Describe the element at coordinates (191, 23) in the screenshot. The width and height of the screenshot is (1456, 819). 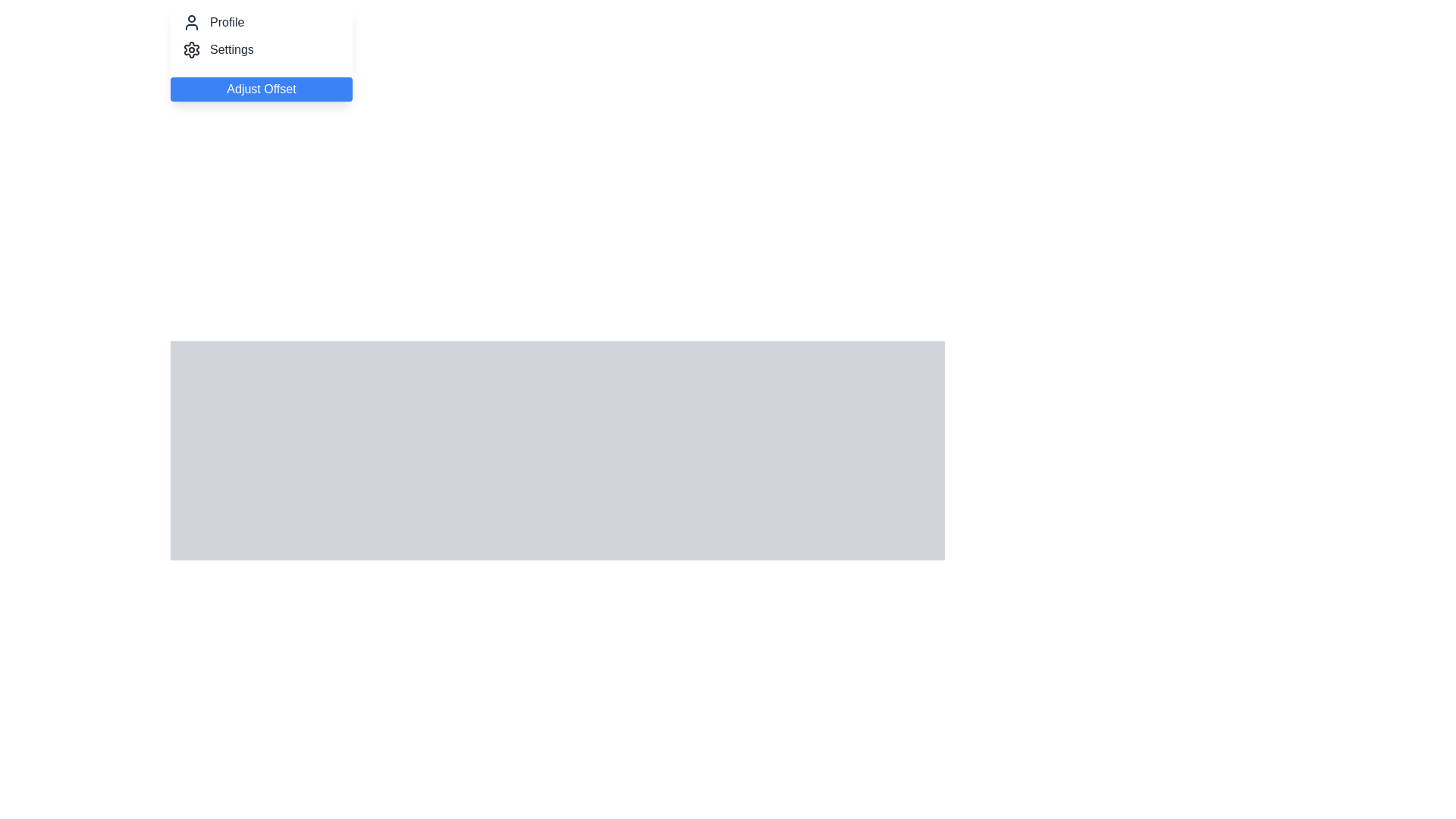
I see `the 'Profile' icon located at the top left section of the interface` at that location.